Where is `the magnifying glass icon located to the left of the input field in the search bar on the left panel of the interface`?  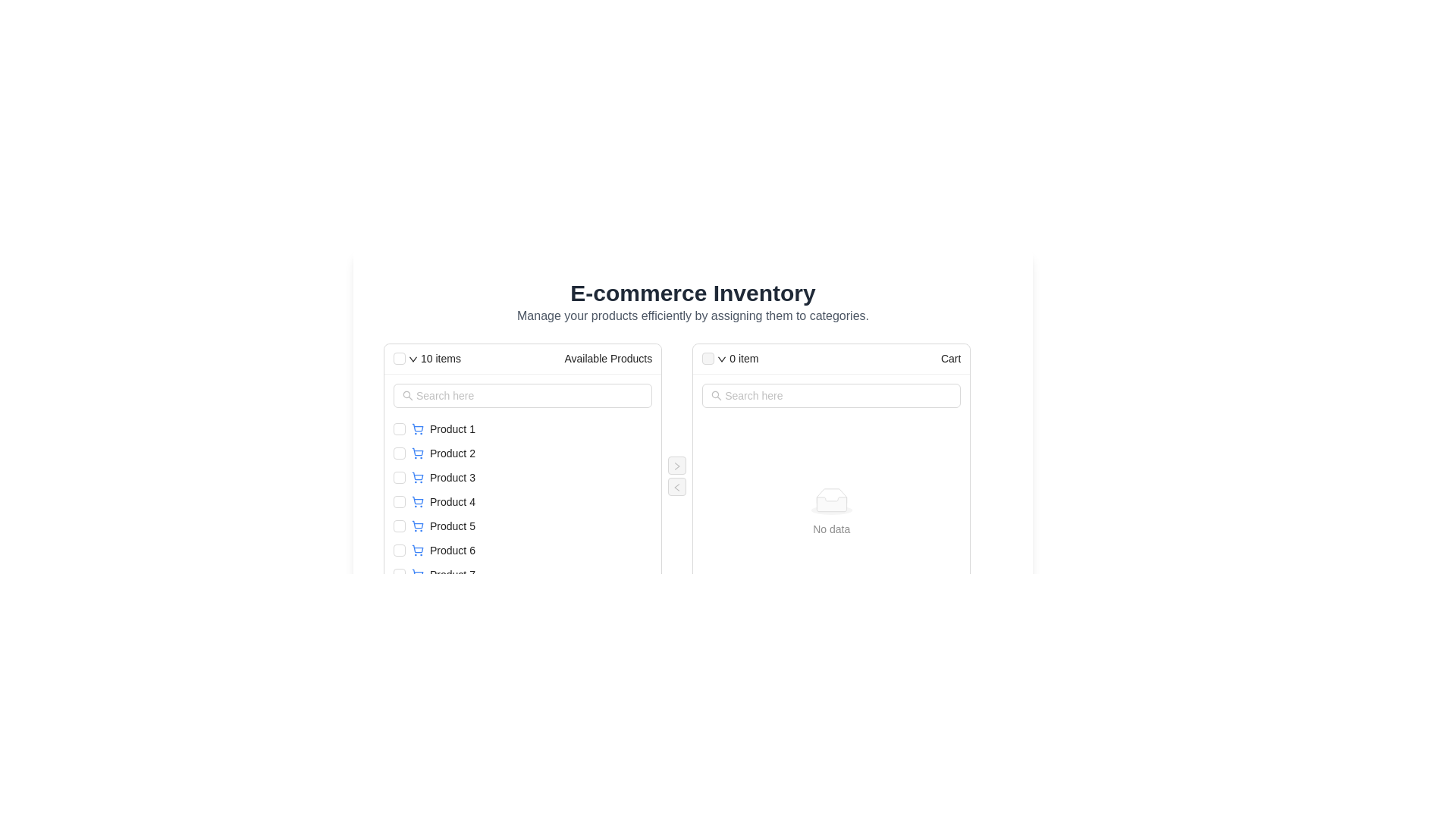 the magnifying glass icon located to the left of the input field in the search bar on the left panel of the interface is located at coordinates (407, 394).